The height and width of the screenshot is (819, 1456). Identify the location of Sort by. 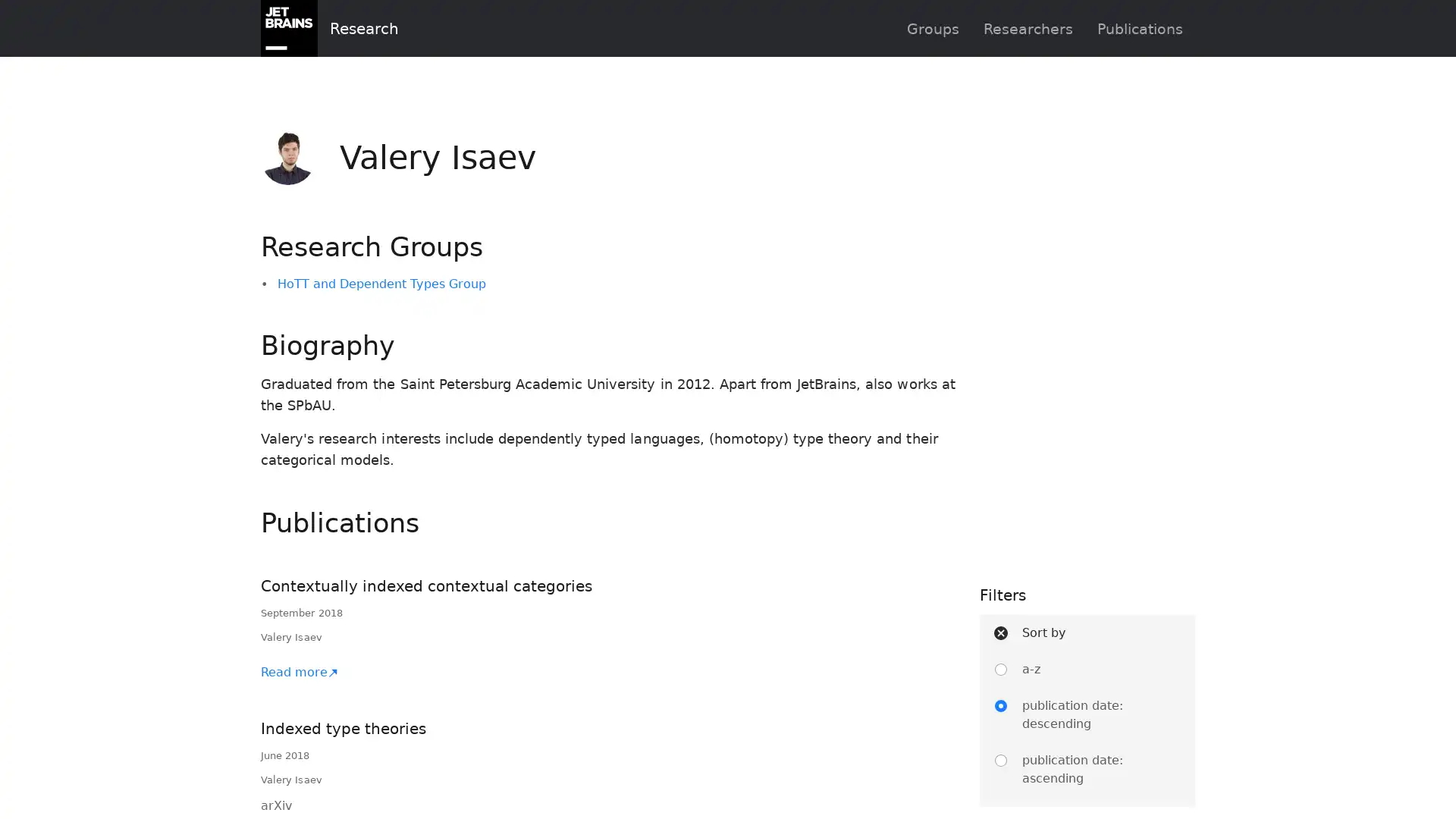
(1087, 632).